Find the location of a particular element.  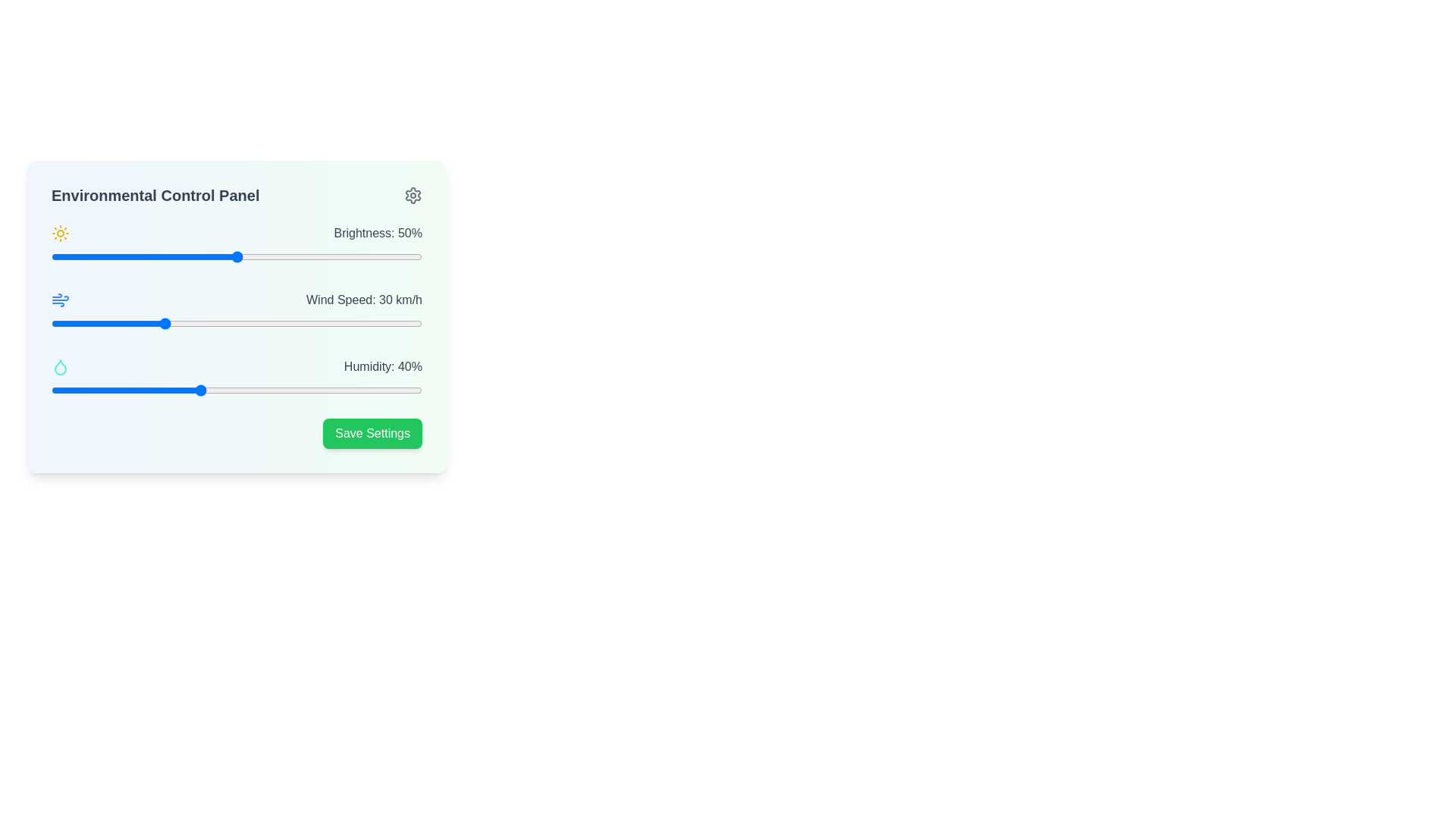

humidity is located at coordinates (125, 390).